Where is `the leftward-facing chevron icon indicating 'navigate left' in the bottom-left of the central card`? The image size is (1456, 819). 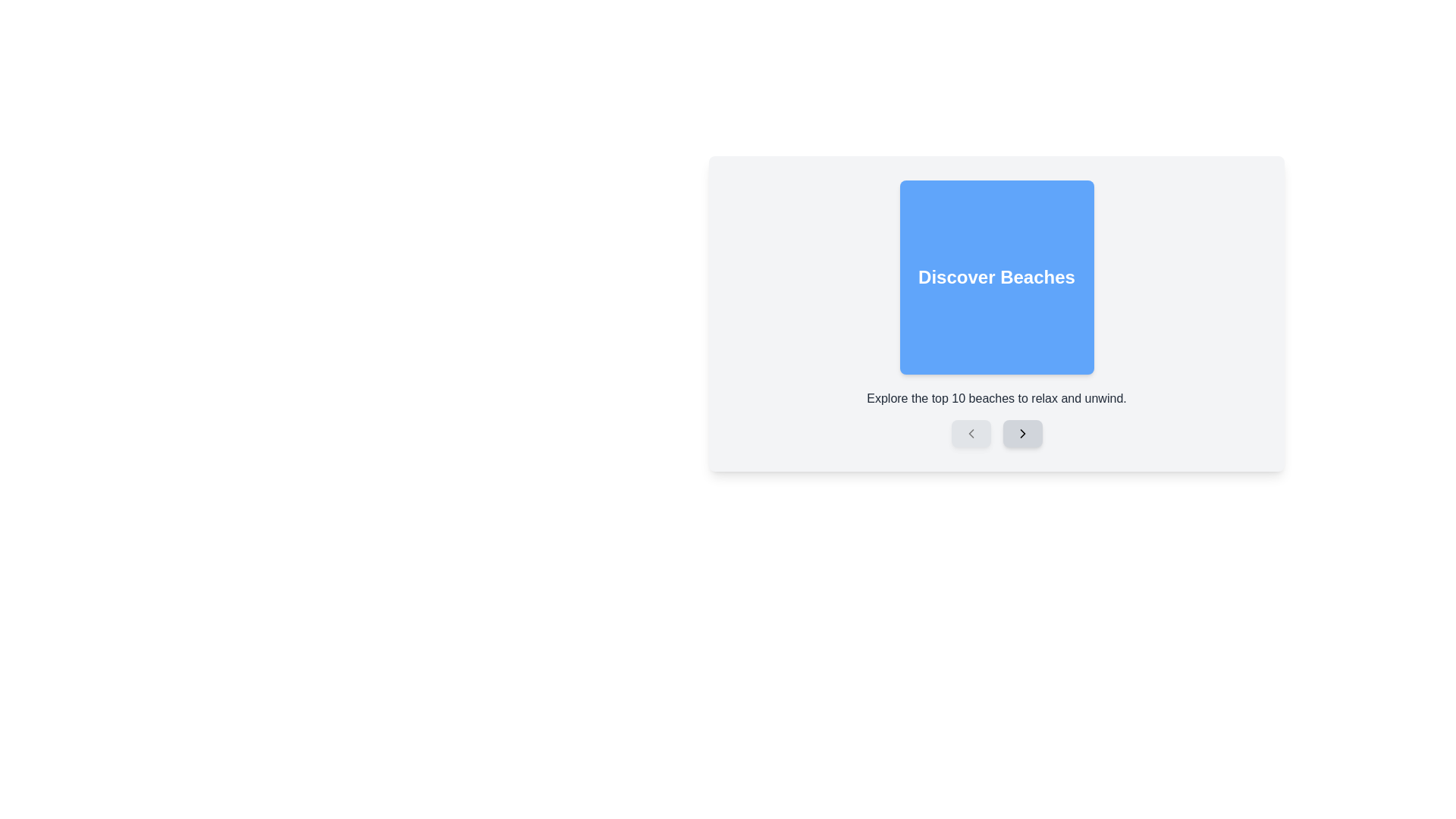 the leftward-facing chevron icon indicating 'navigate left' in the bottom-left of the central card is located at coordinates (971, 433).